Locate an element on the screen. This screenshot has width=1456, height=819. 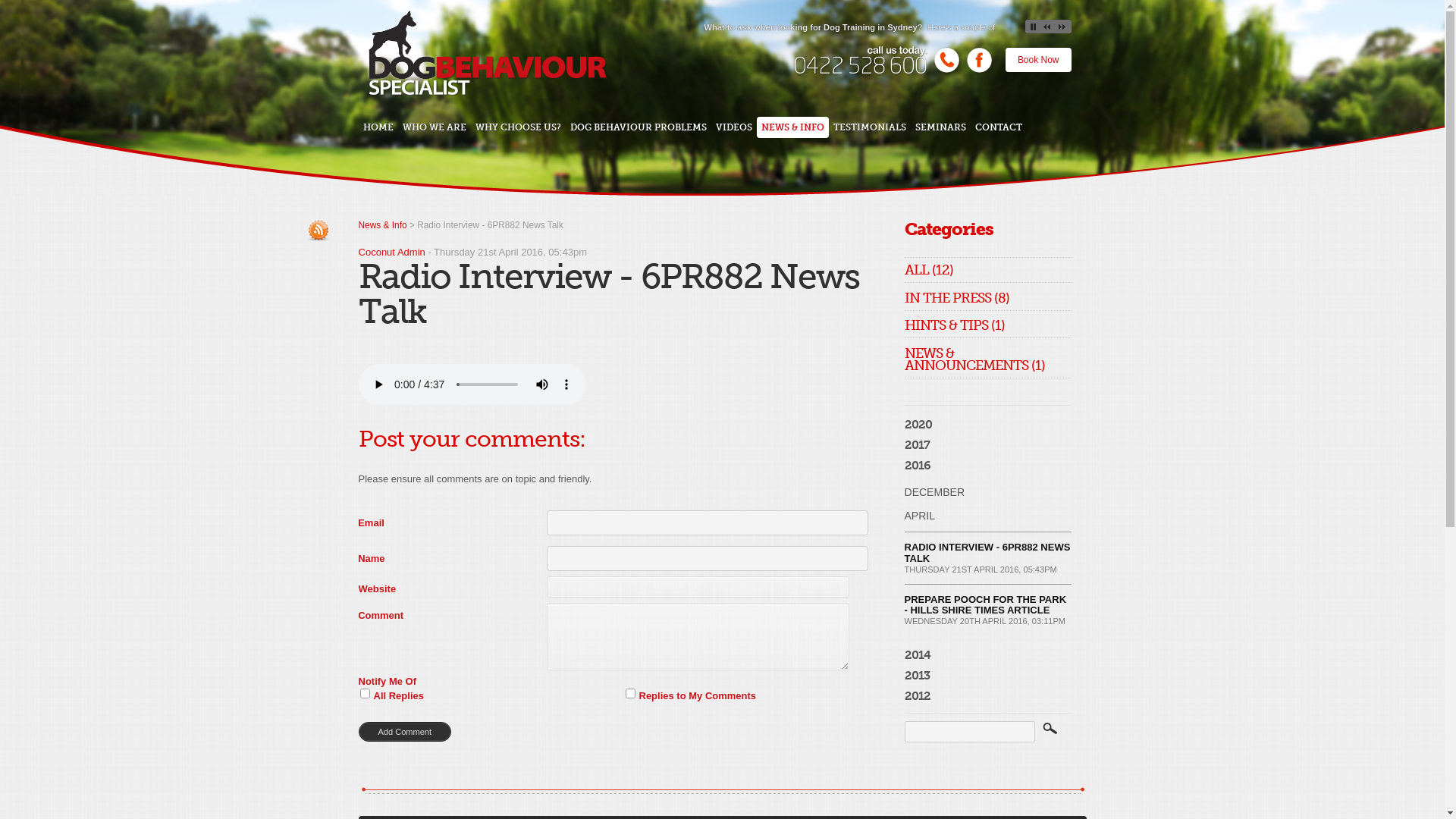
'News & Info' is located at coordinates (382, 225).